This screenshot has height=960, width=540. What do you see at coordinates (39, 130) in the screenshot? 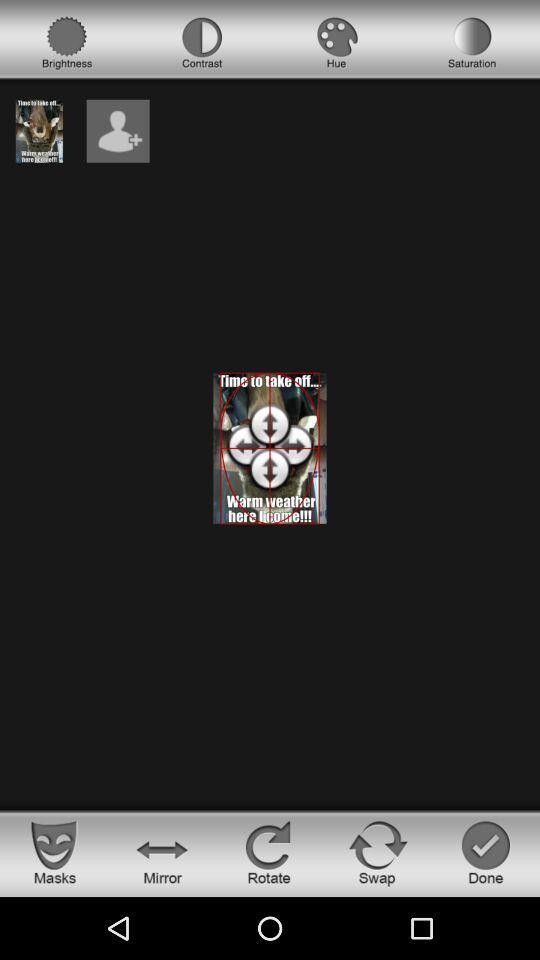
I see `photo` at bounding box center [39, 130].